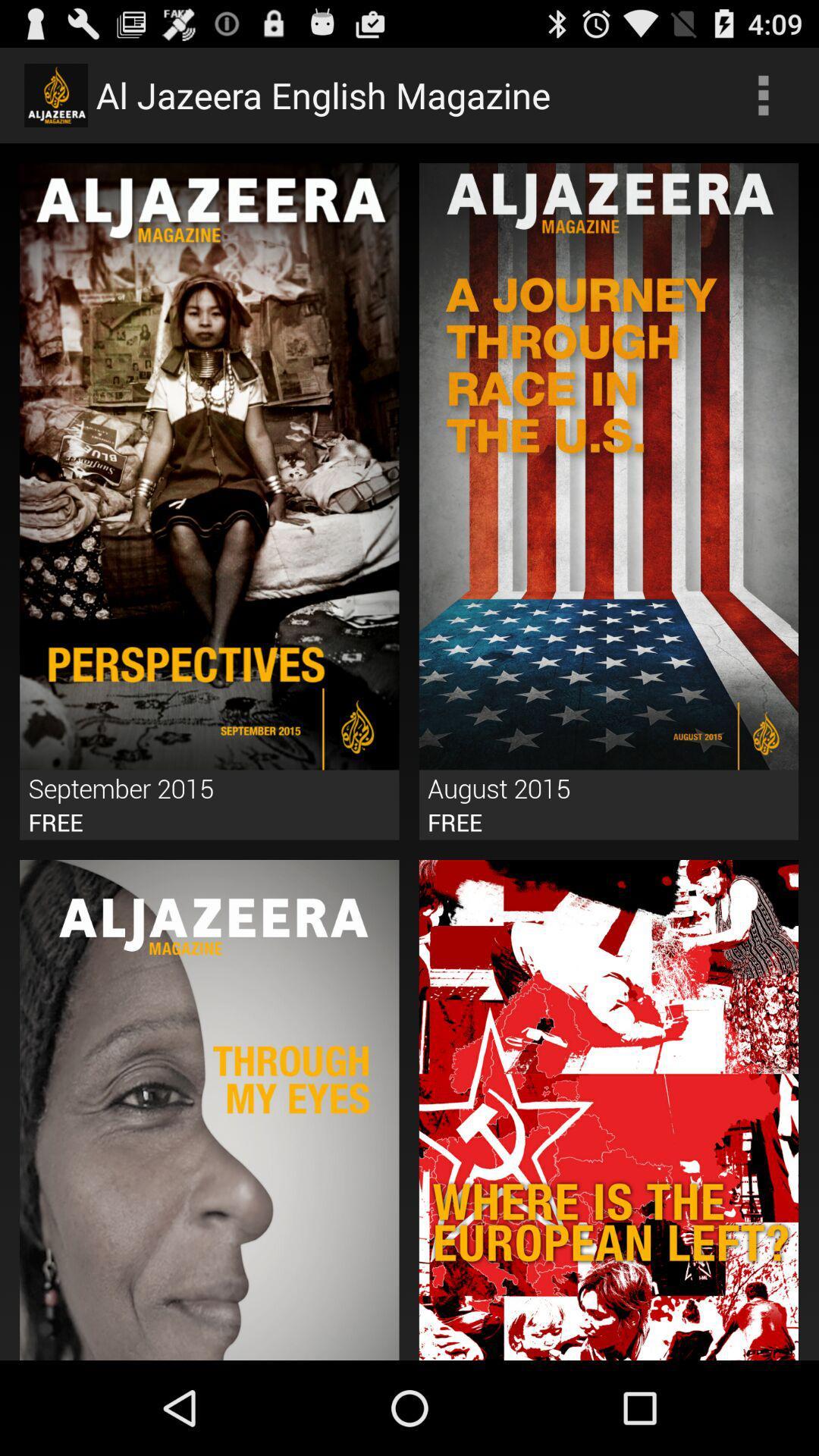 This screenshot has height=1456, width=819. What do you see at coordinates (763, 94) in the screenshot?
I see `the icon to the right of al jazeera english icon` at bounding box center [763, 94].